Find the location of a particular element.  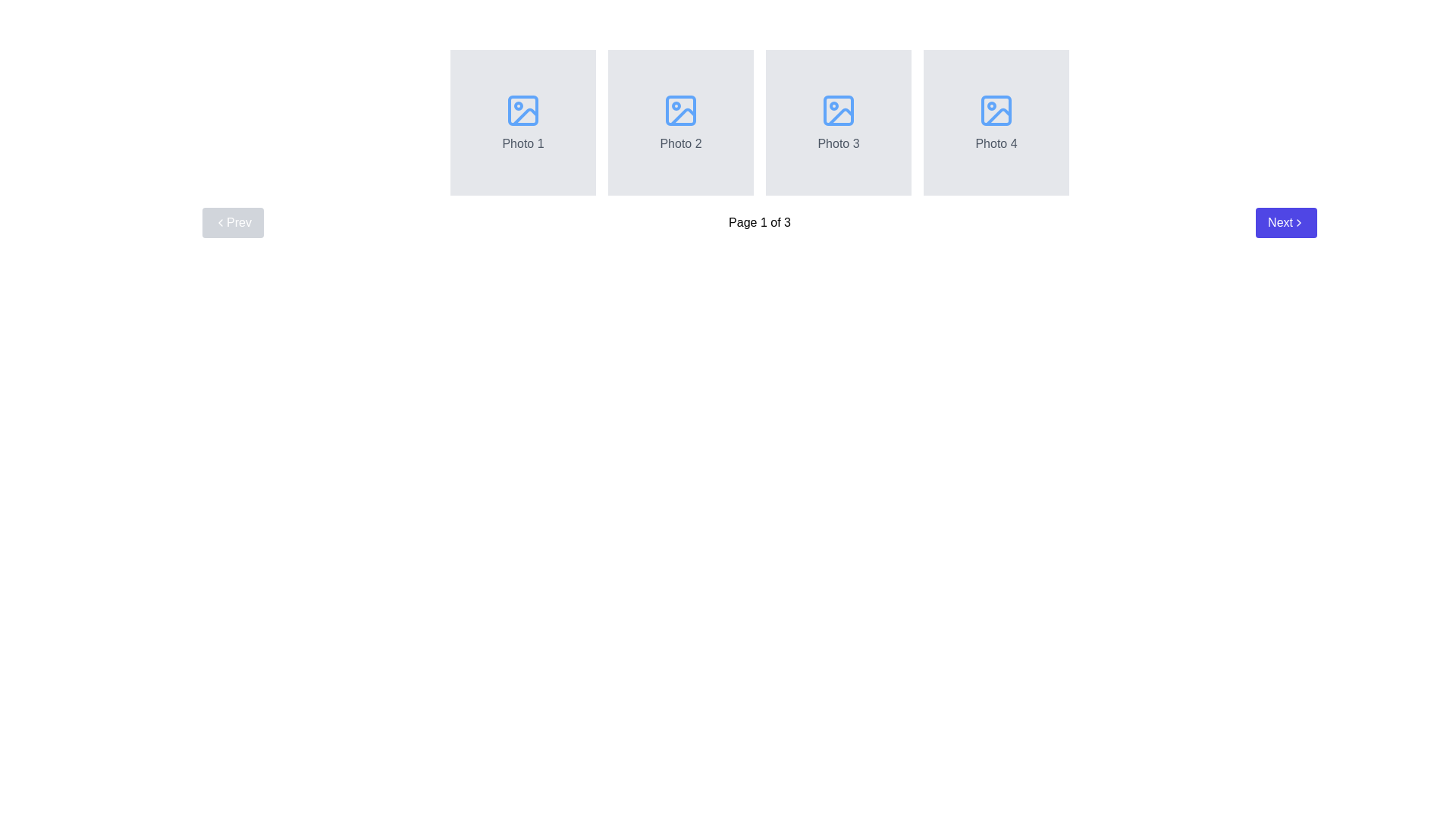

the SVG rectangle shape component that is part of the 'Photo 2' icon, located in the middle-right region of the interface is located at coordinates (679, 110).